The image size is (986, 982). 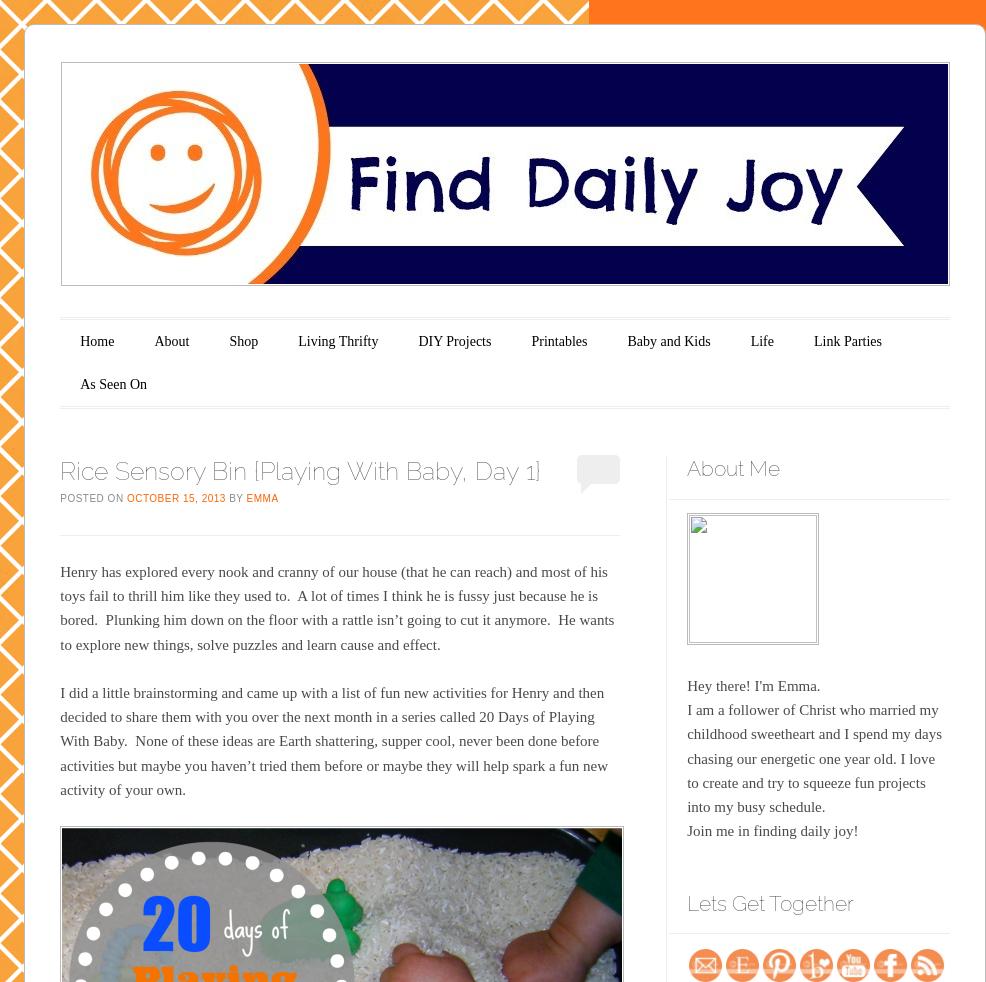 What do you see at coordinates (686, 902) in the screenshot?
I see `'Lets Get Together'` at bounding box center [686, 902].